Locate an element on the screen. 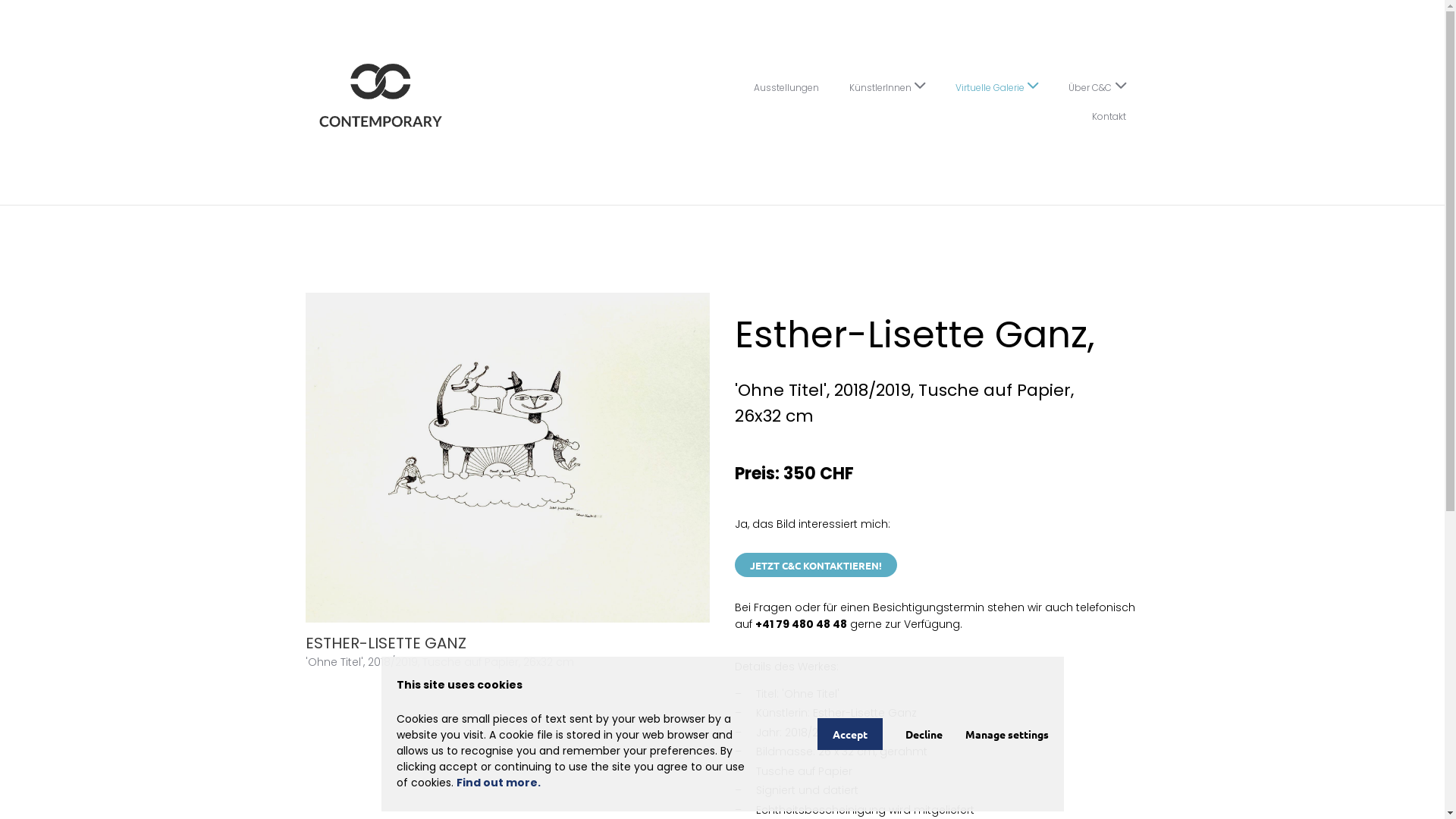 The width and height of the screenshot is (1456, 819). 'JETZT C&C KONTAKTIEREN!' is located at coordinates (814, 564).